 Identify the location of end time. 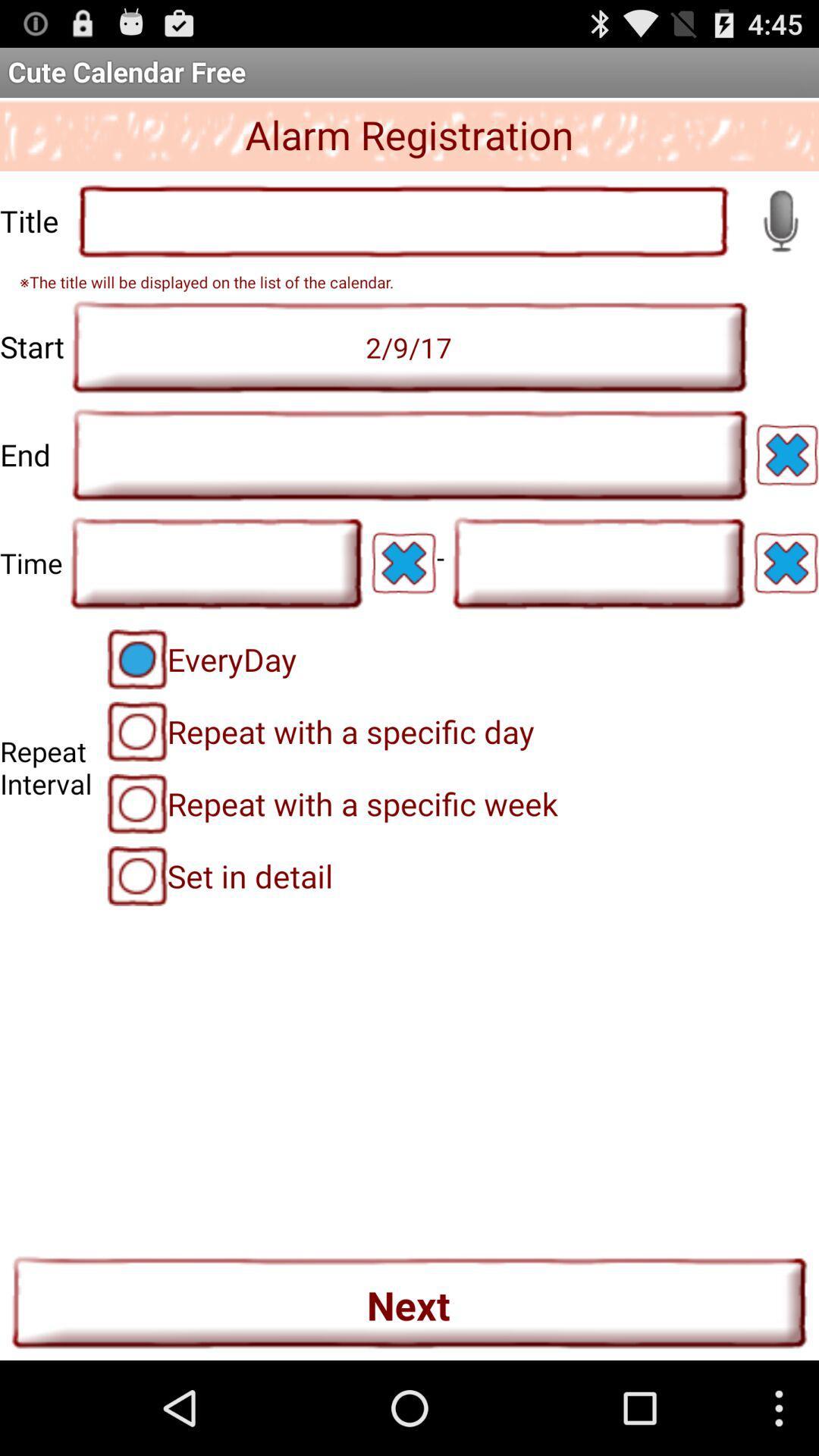
(409, 454).